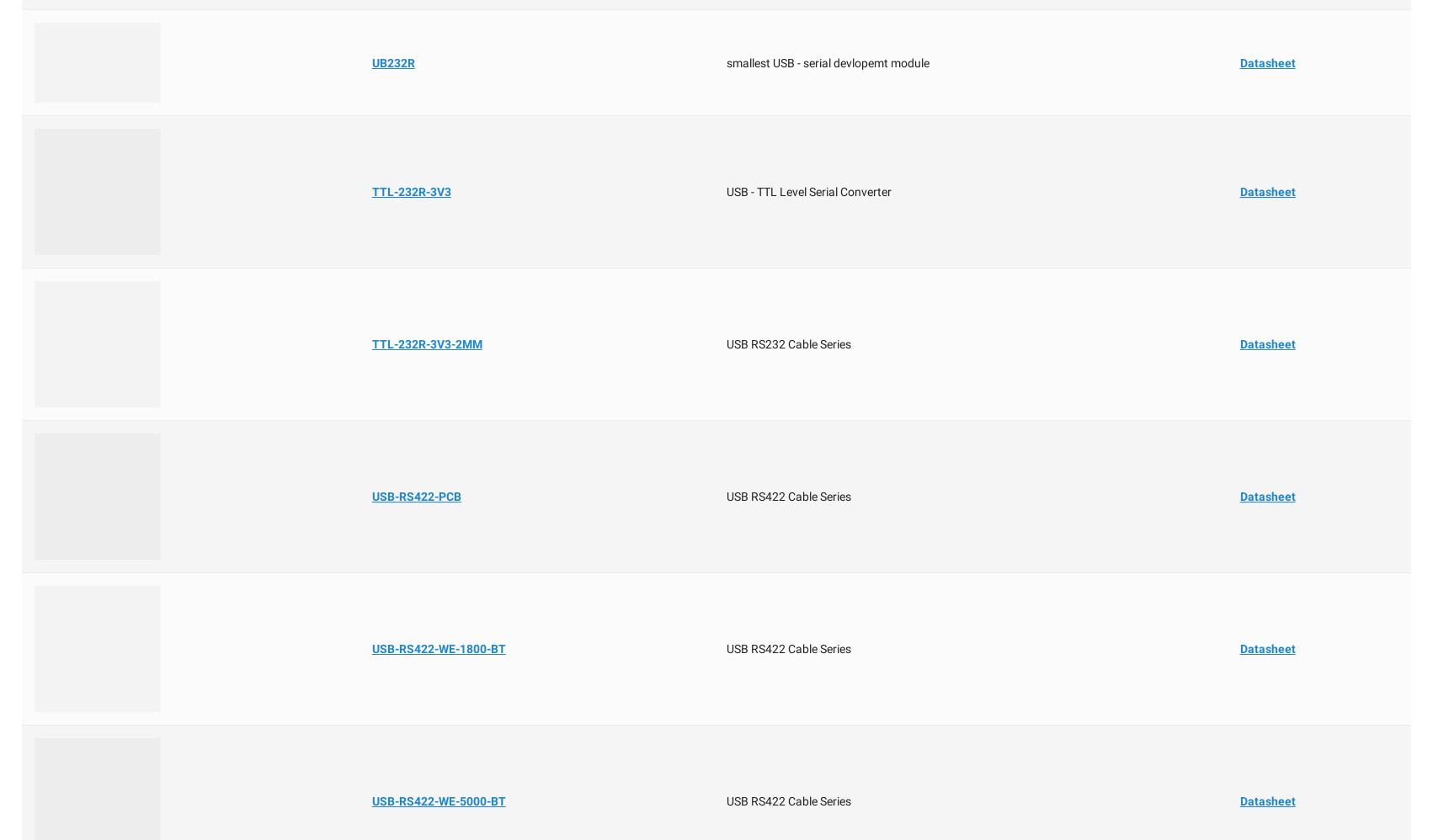  Describe the element at coordinates (370, 61) in the screenshot. I see `'UB232R'` at that location.